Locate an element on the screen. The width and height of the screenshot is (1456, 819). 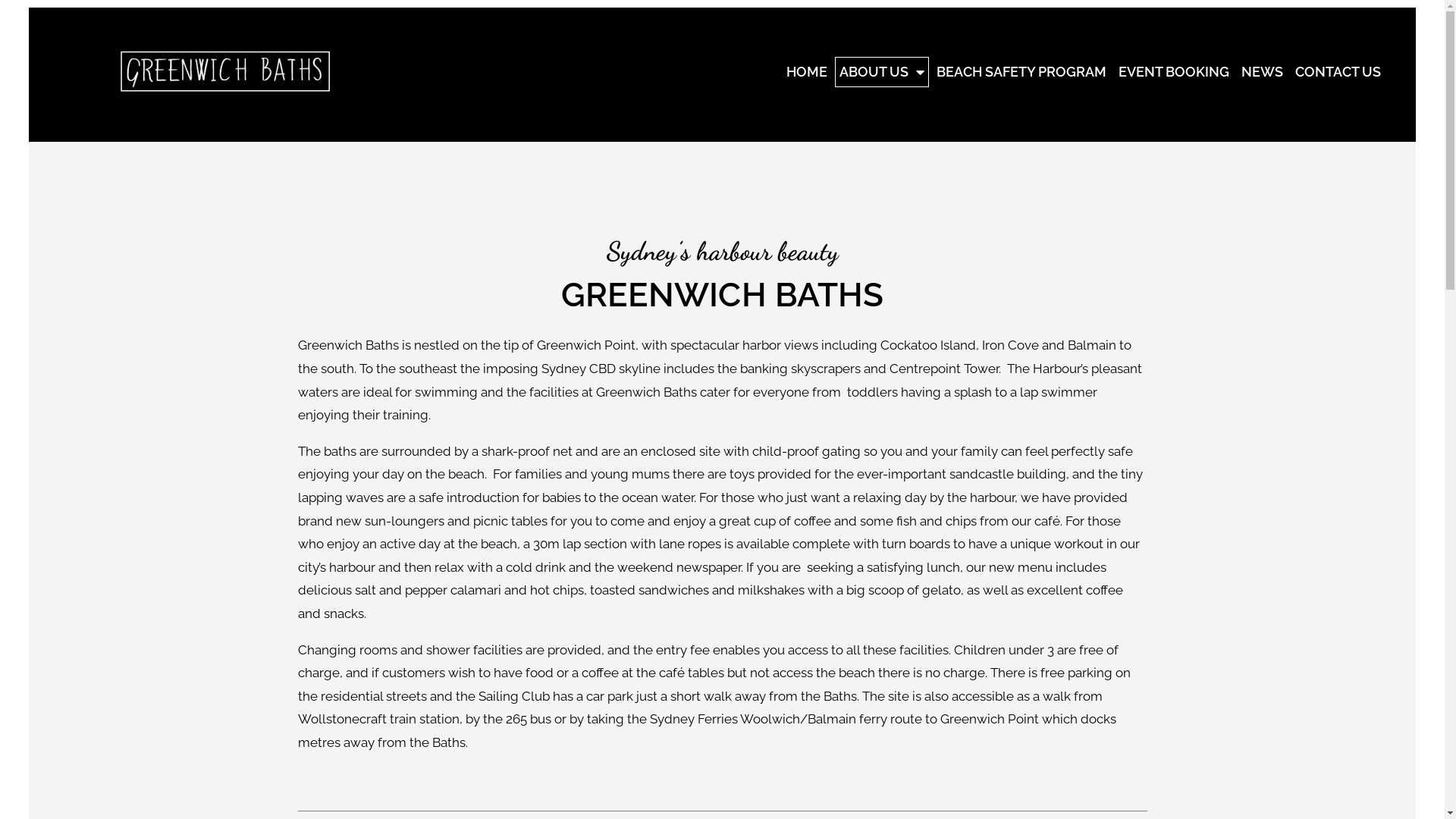
'greenwich-logo-15-2-copy2' is located at coordinates (224, 71).